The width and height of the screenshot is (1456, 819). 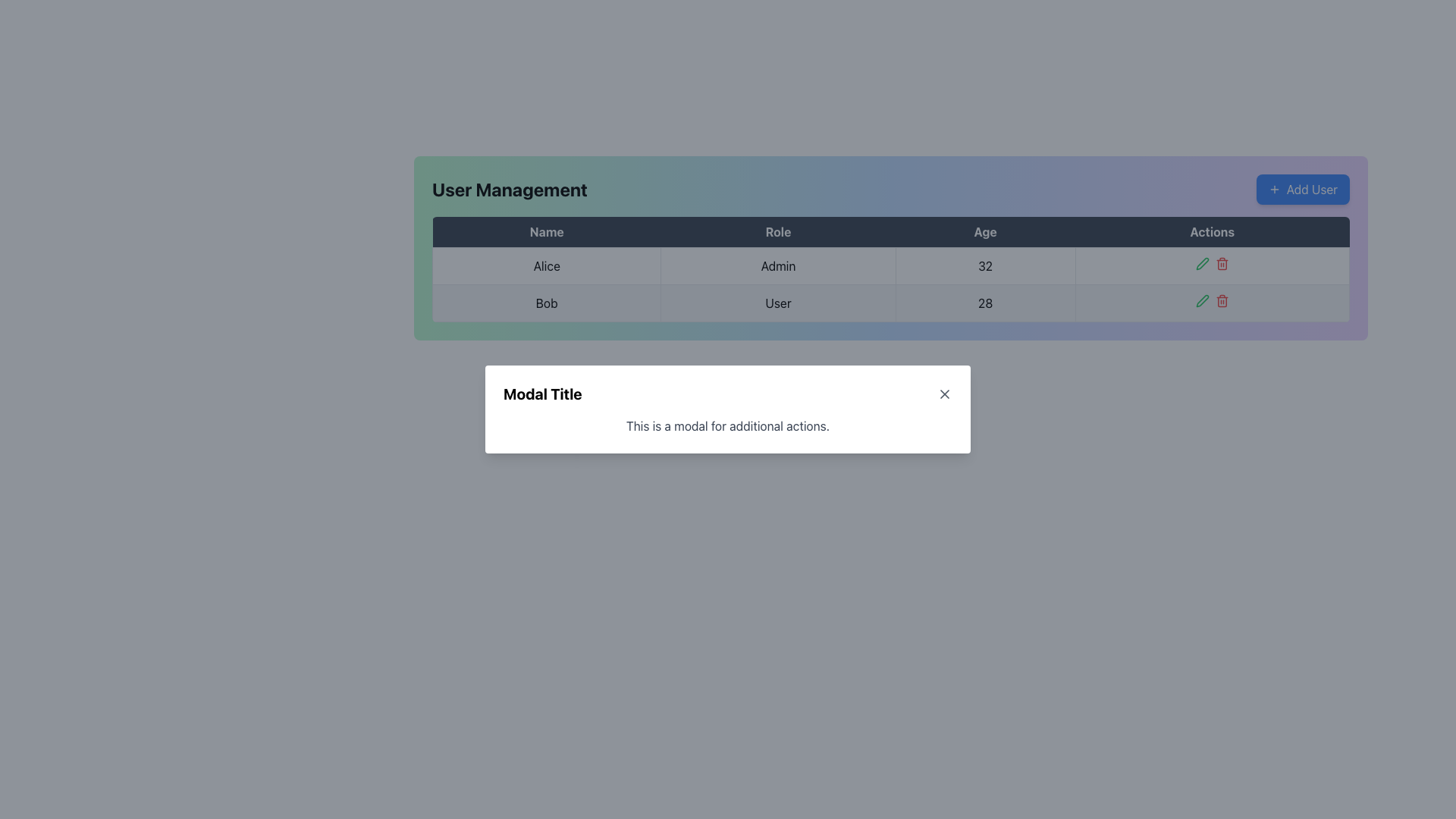 I want to click on text block that says 'This is a modal for additional actions.' located in the body of the modal dialog, just below the title 'Modal Title', so click(x=728, y=426).